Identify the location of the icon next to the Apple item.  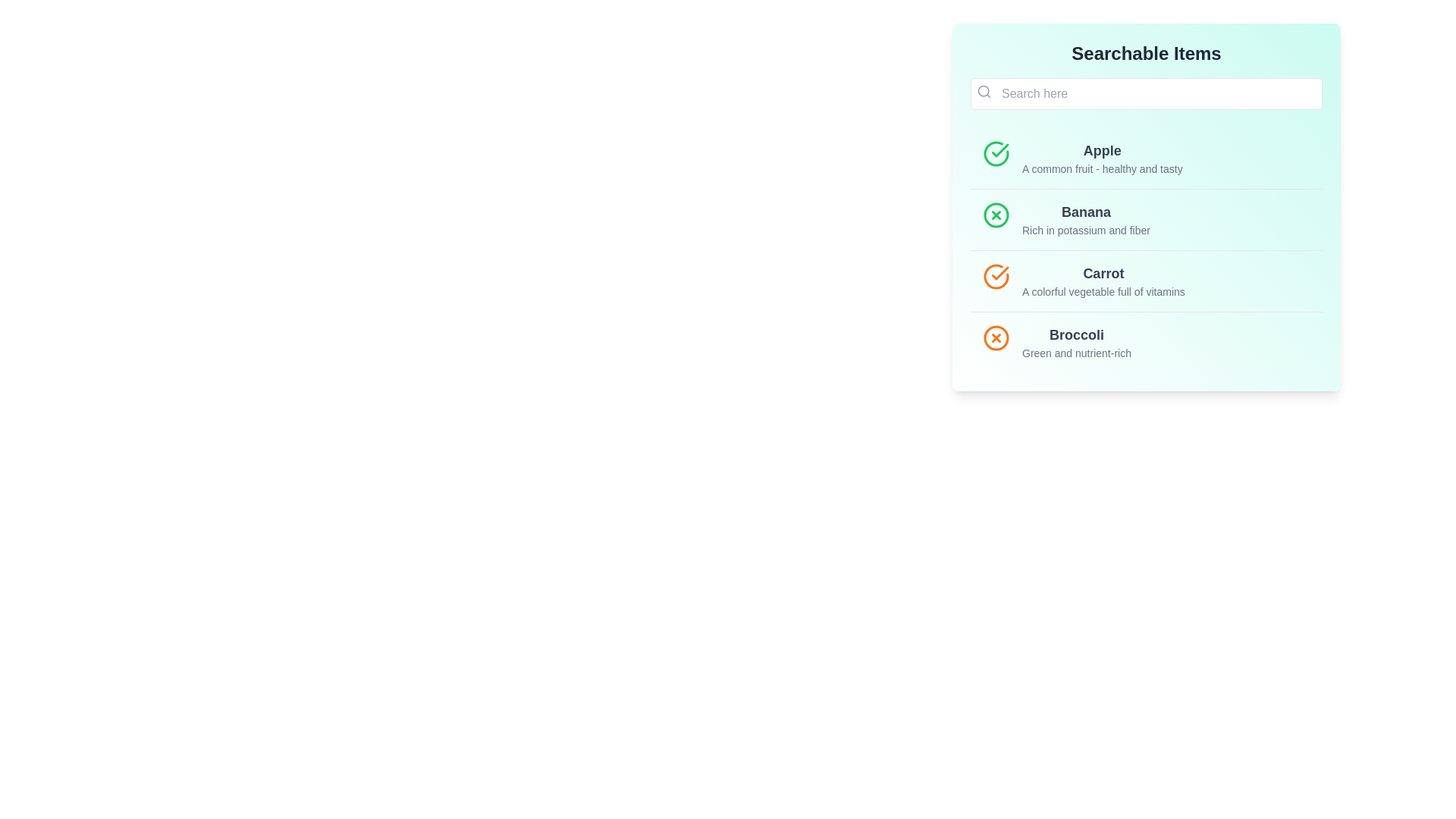
(996, 154).